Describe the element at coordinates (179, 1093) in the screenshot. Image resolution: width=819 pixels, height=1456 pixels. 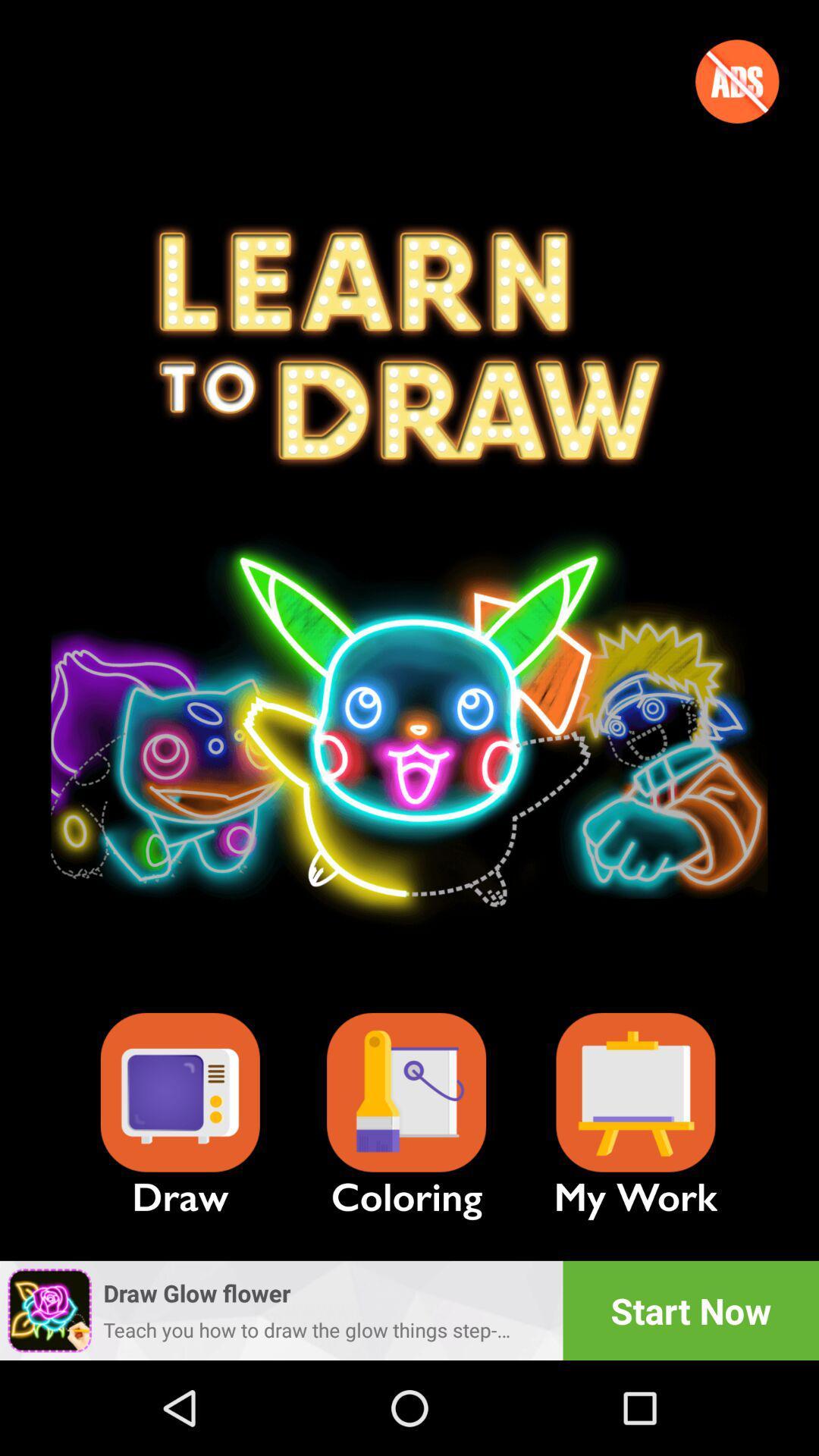
I see `draw the image` at that location.